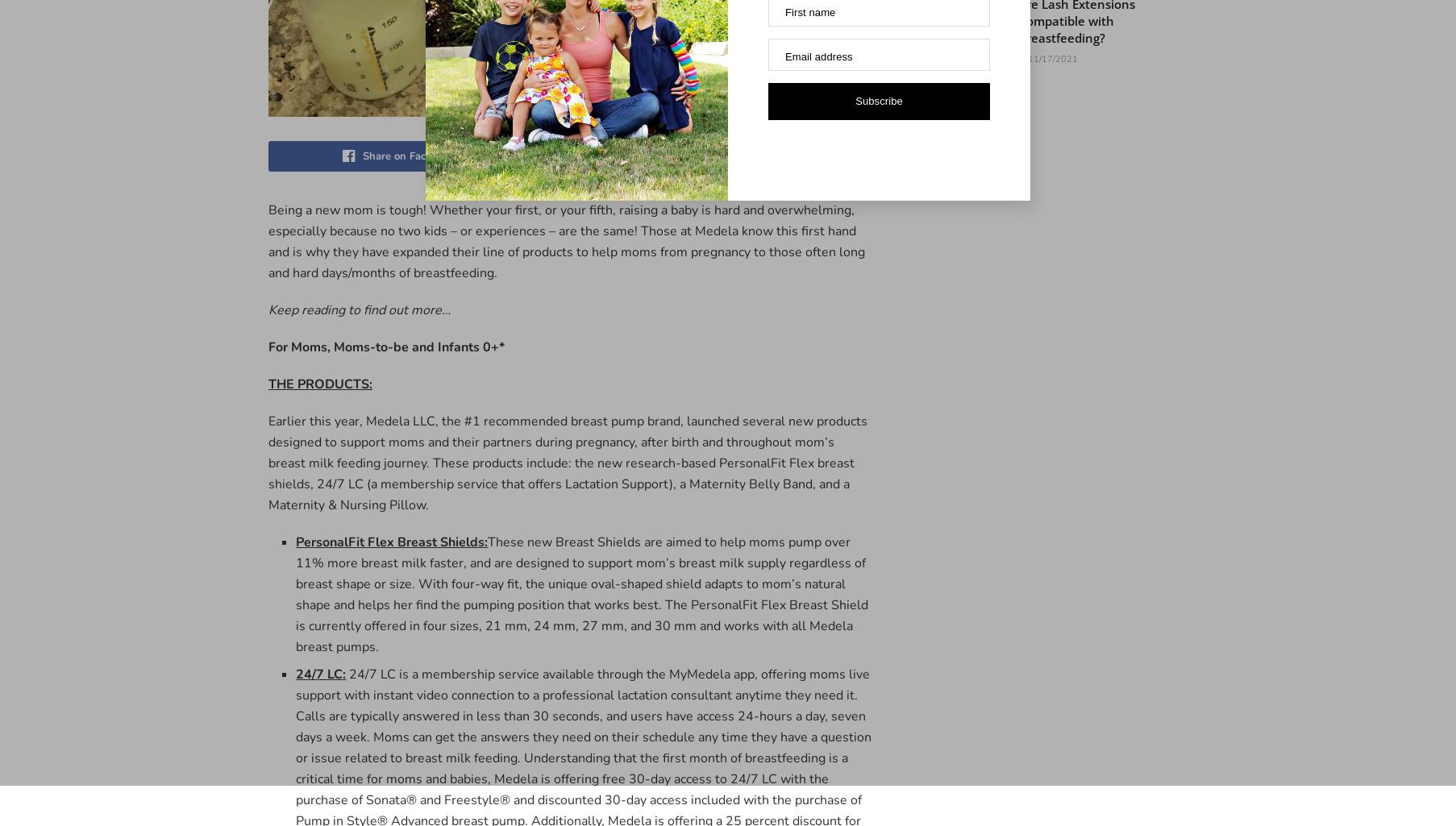 The image size is (1456, 826). What do you see at coordinates (1025, 57) in the screenshot?
I see `'11/17/2021'` at bounding box center [1025, 57].